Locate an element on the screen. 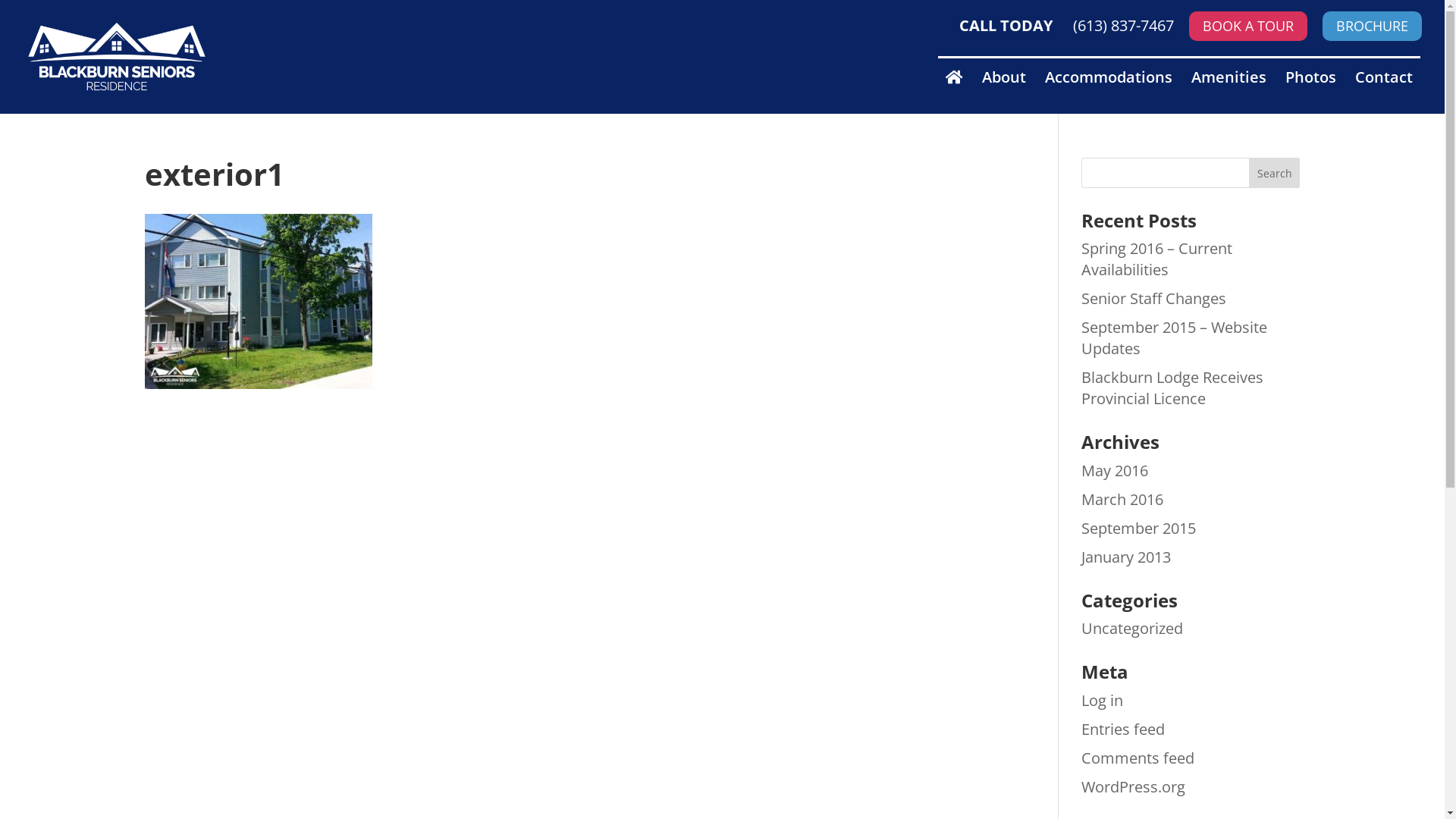 Image resolution: width=1456 pixels, height=819 pixels. 'Search' is located at coordinates (1274, 171).